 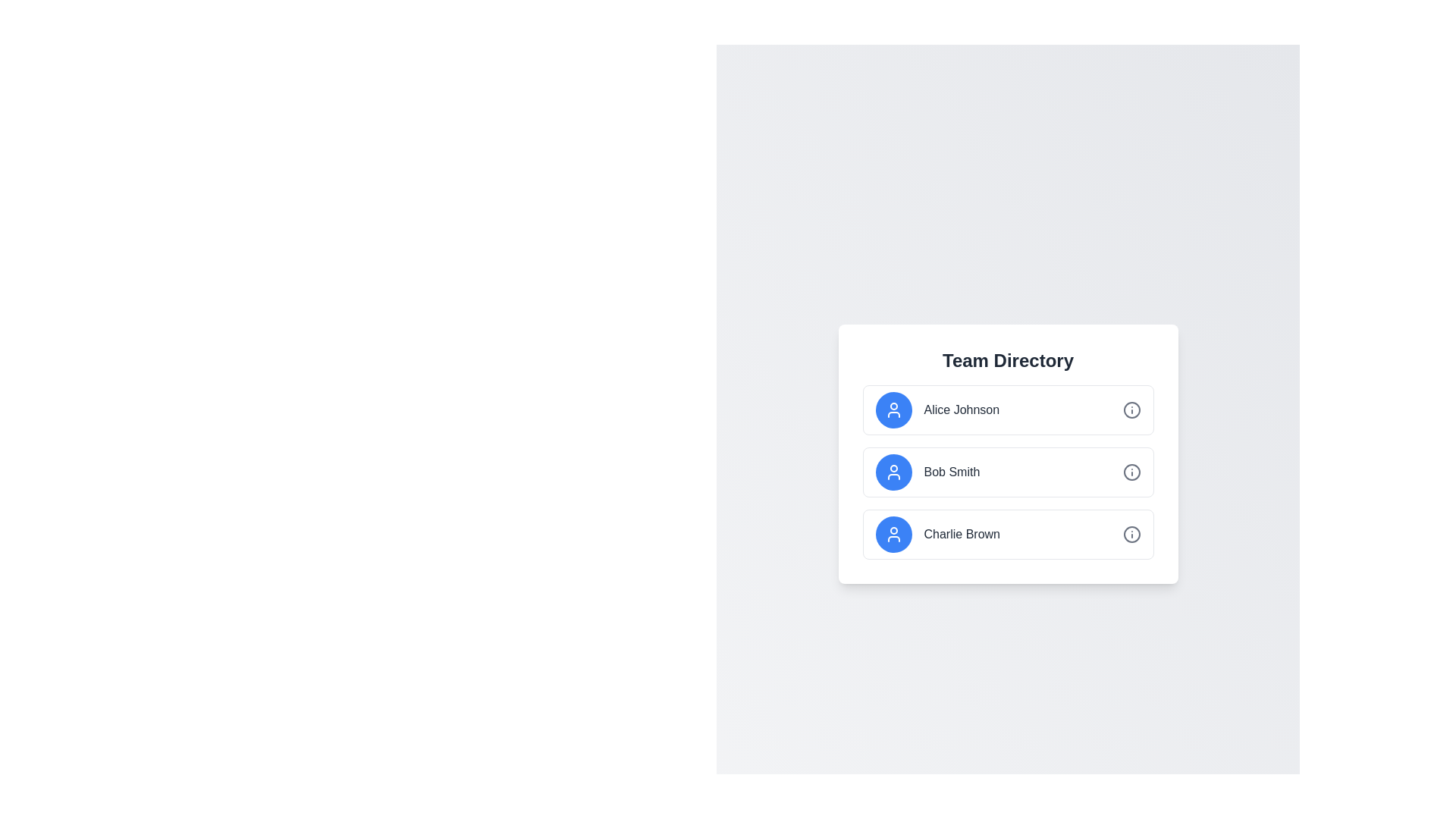 I want to click on the informative SVG-based icon located to the far right of the 'Bob Smith' text, so click(x=1131, y=472).